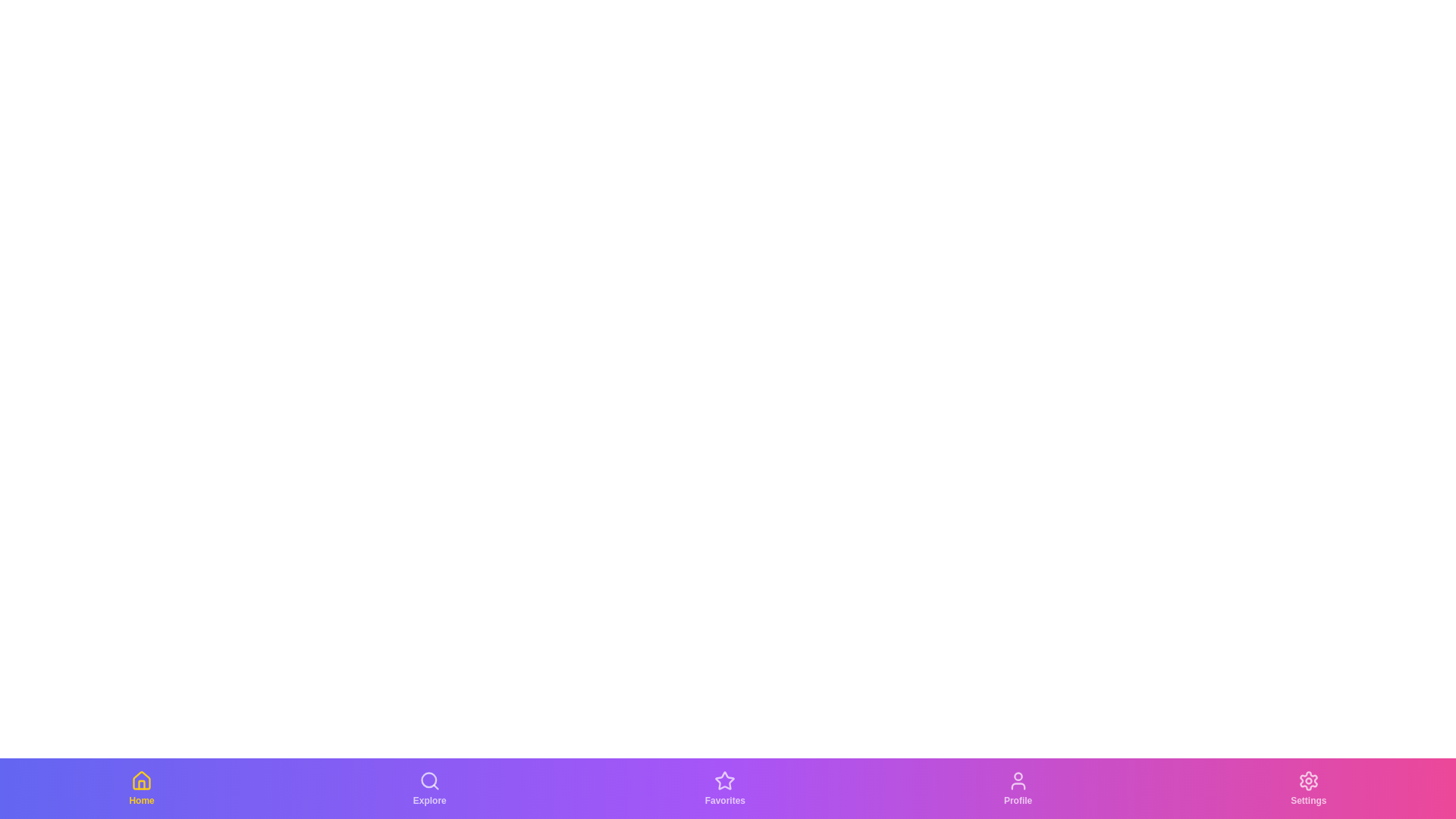 Image resolution: width=1456 pixels, height=819 pixels. I want to click on the tab labeled Profile to observe its hover effect, so click(1018, 788).